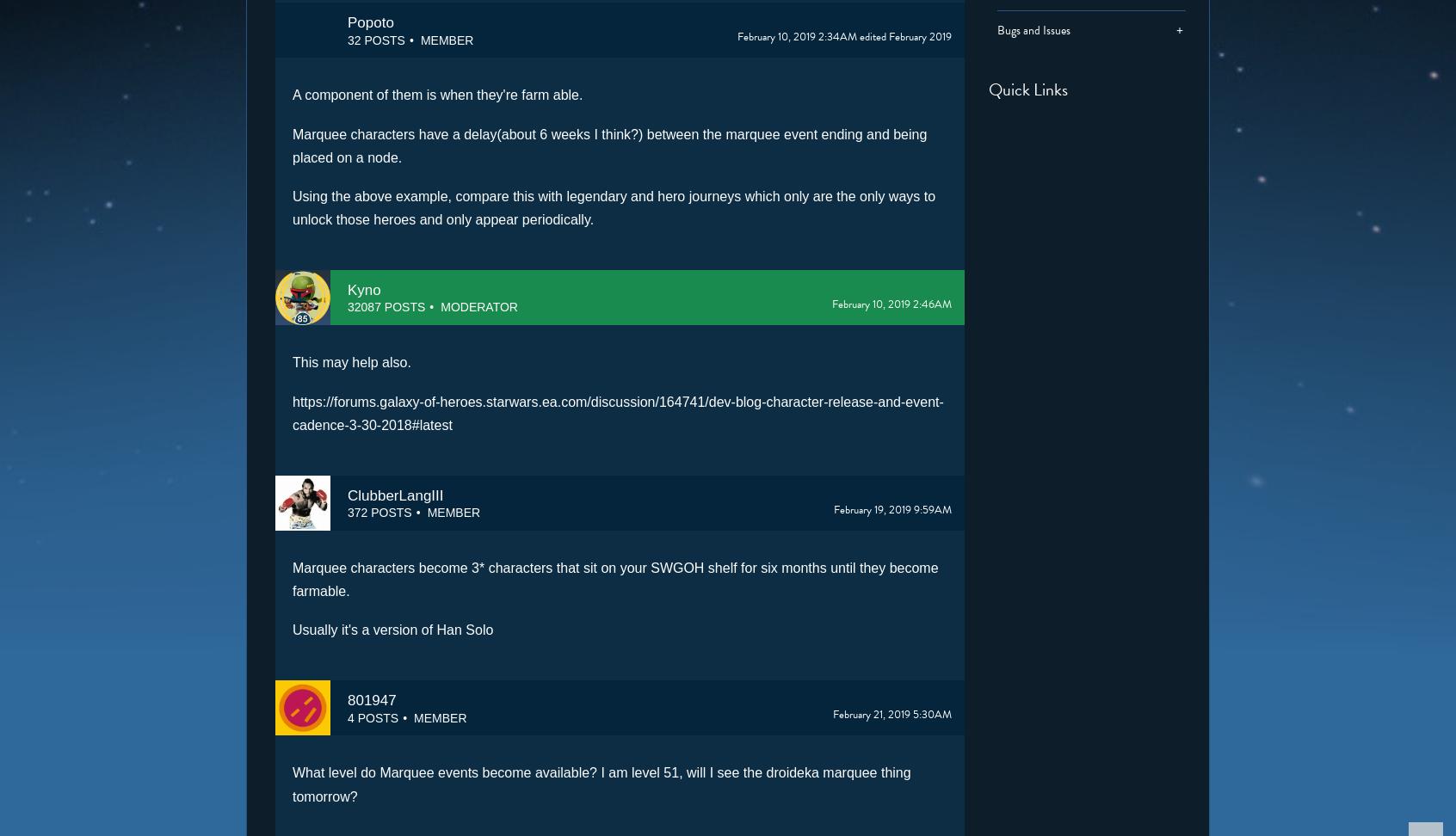 This screenshot has height=836, width=1456. Describe the element at coordinates (891, 508) in the screenshot. I see `'February 19, 2019 9:59AM'` at that location.